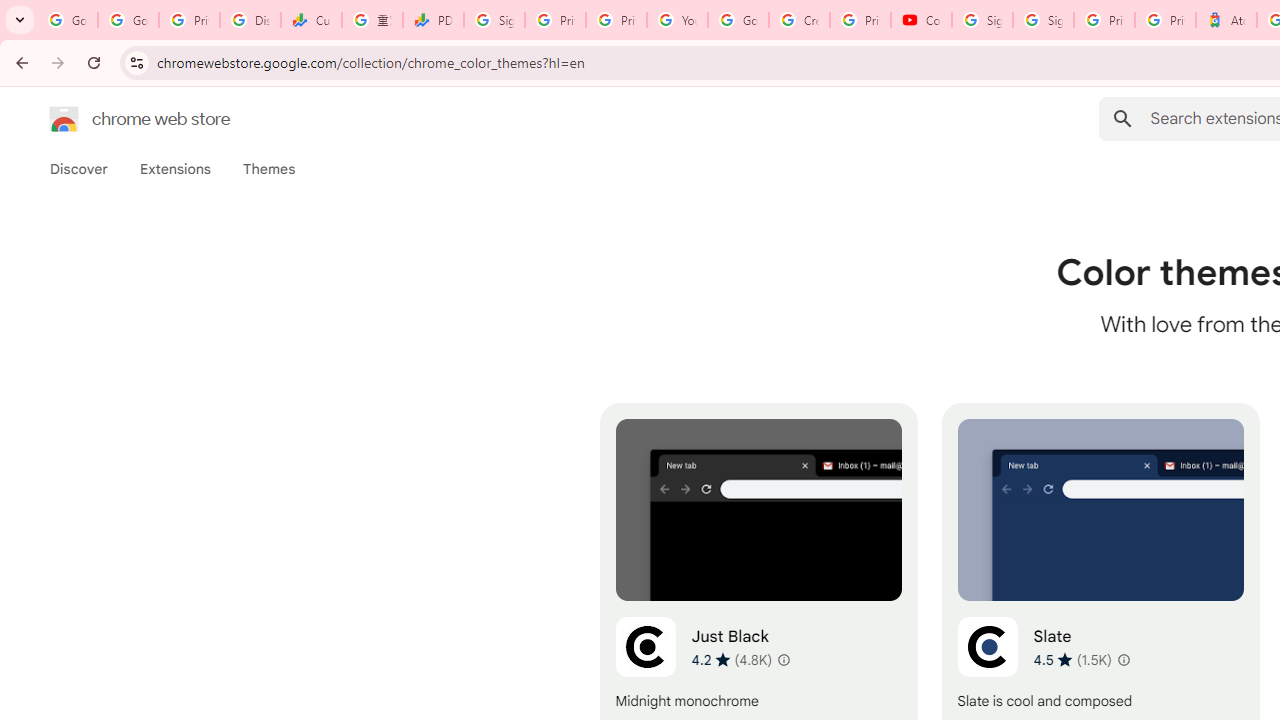  What do you see at coordinates (79, 168) in the screenshot?
I see `'Discover'` at bounding box center [79, 168].